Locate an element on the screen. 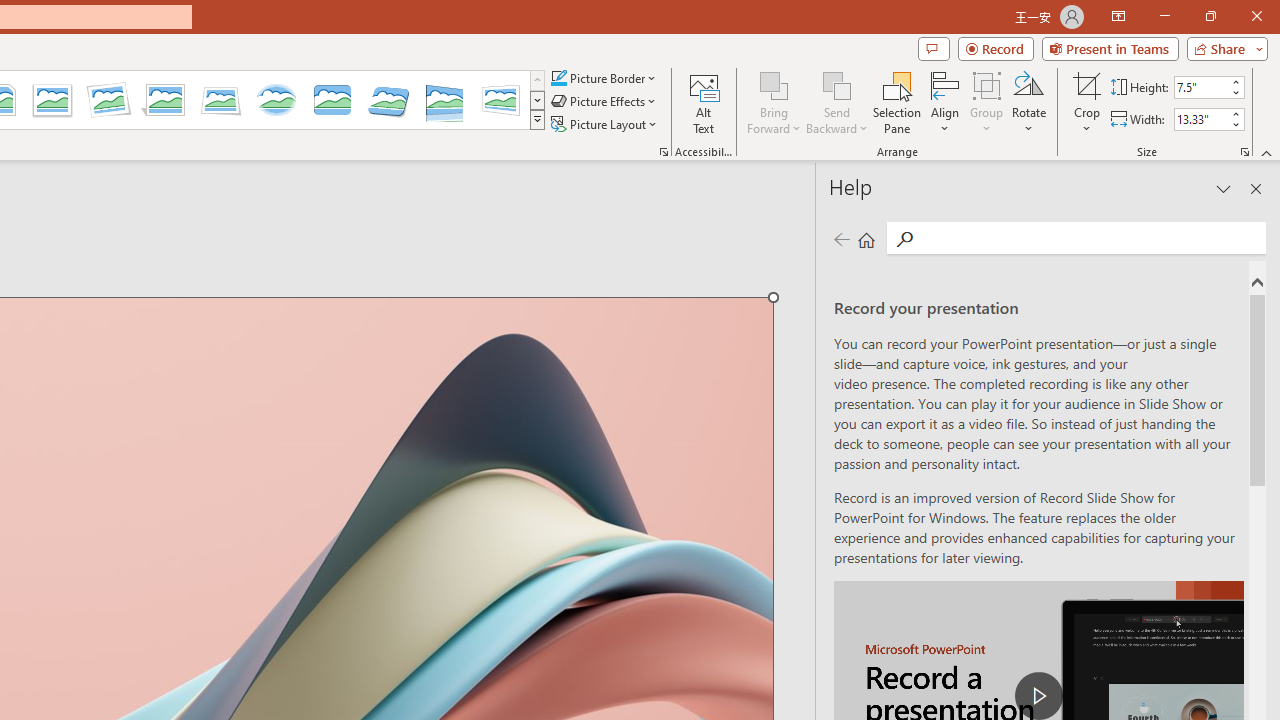 The height and width of the screenshot is (720, 1280). 'Send Backward' is located at coordinates (837, 103).